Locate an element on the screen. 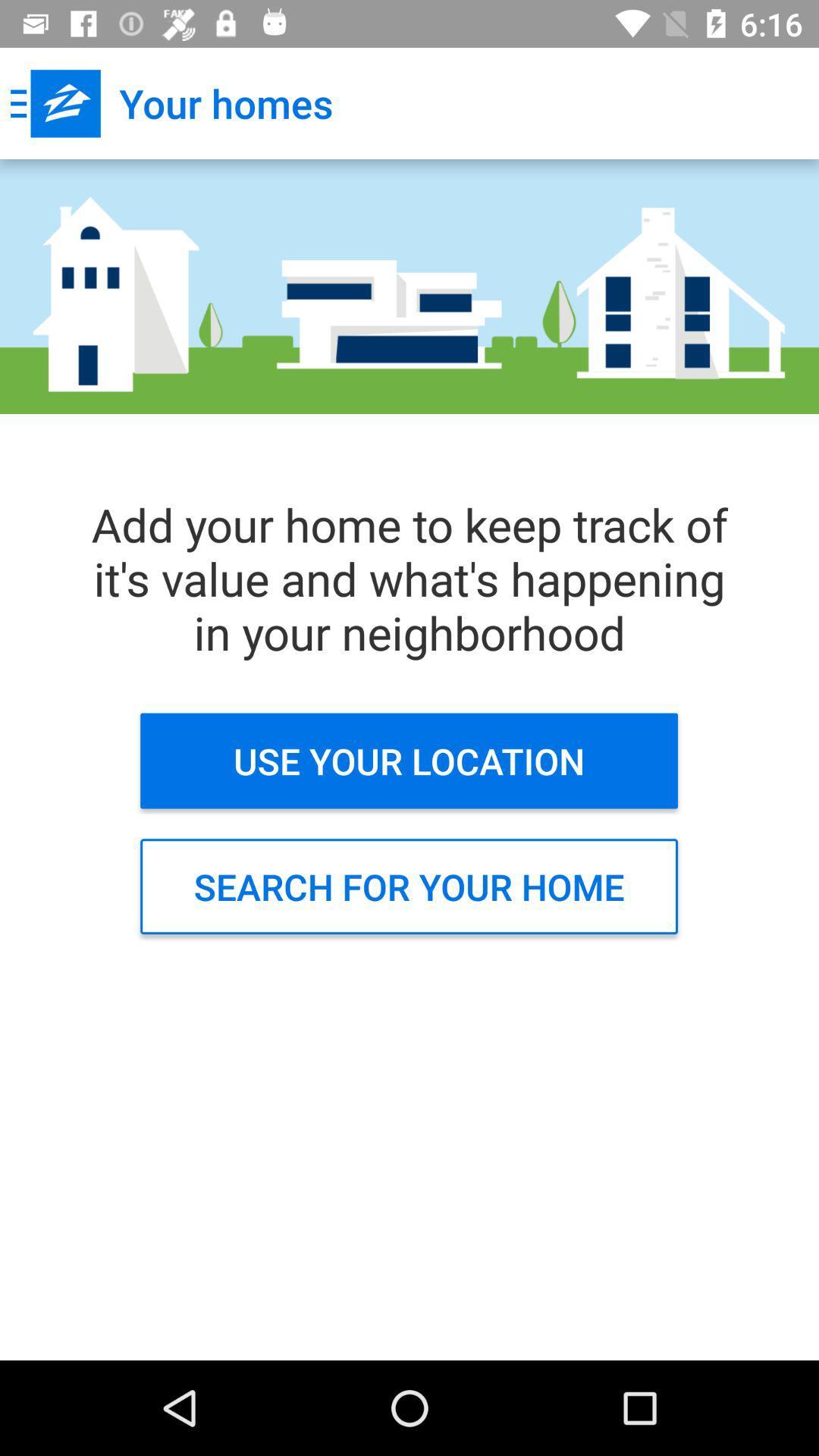 Image resolution: width=819 pixels, height=1456 pixels. item to the left of your homes item is located at coordinates (55, 102).